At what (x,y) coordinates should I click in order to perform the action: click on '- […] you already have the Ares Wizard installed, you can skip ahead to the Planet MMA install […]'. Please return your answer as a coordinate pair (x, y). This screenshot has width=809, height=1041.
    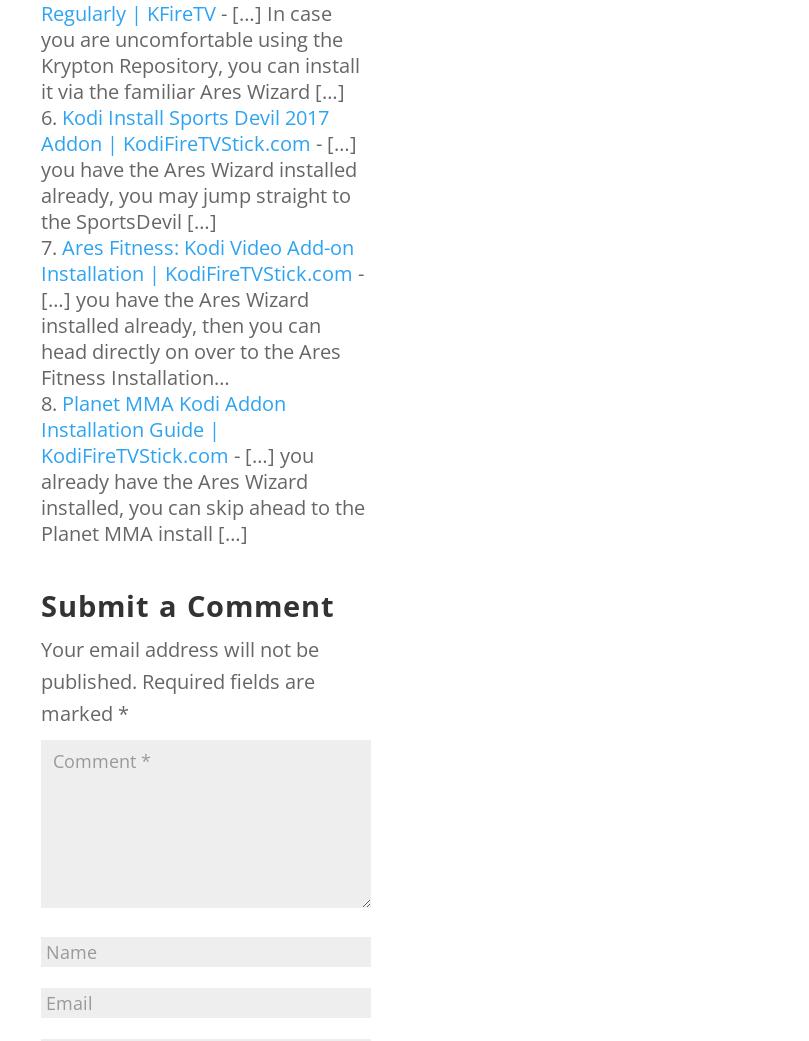
    Looking at the image, I should click on (201, 492).